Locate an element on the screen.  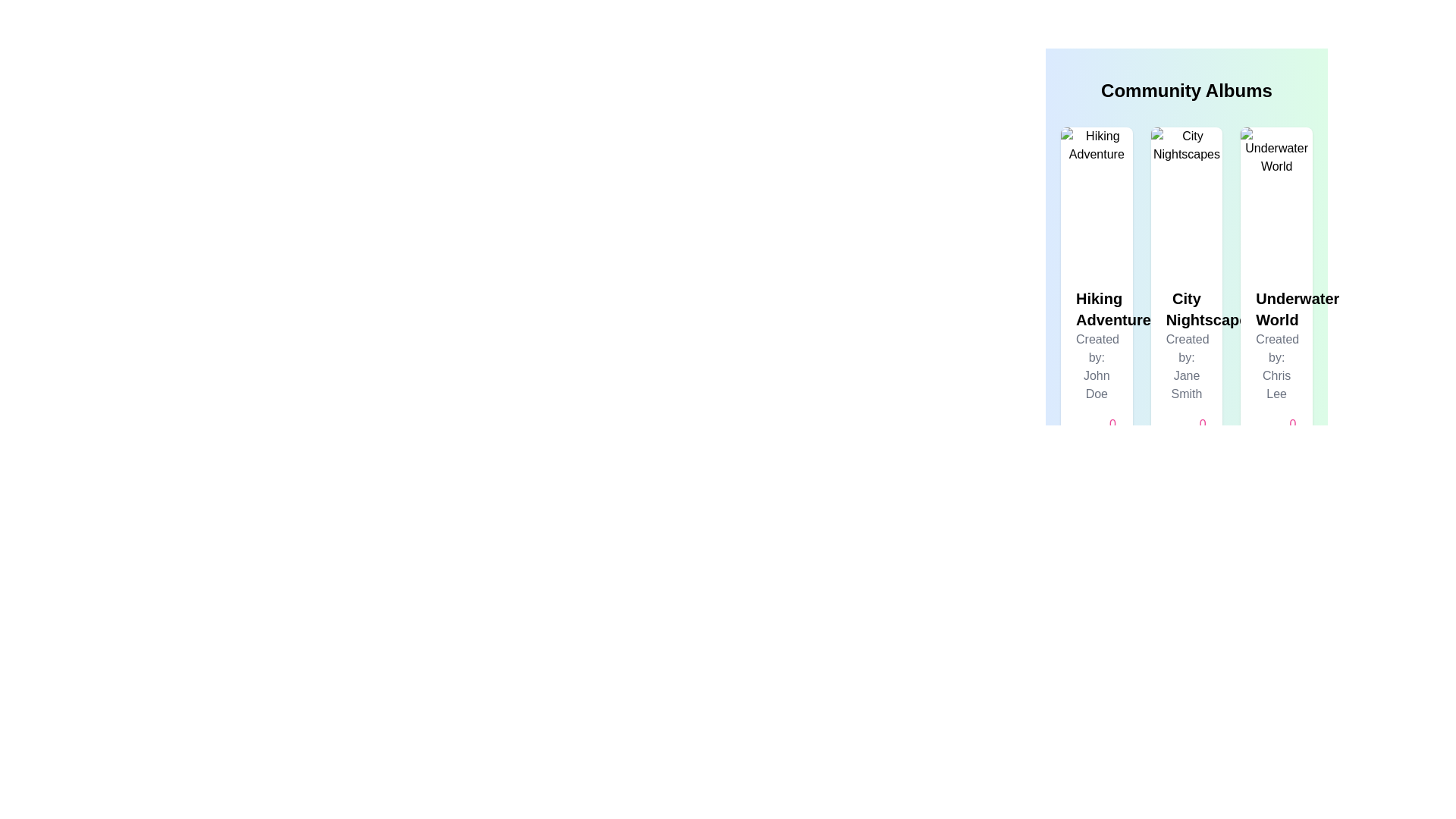
the Text panel displaying information for the album 'Underwater World', which includes interactive options to like or comment, located in the third card under the 'Community Albums' section is located at coordinates (1276, 370).